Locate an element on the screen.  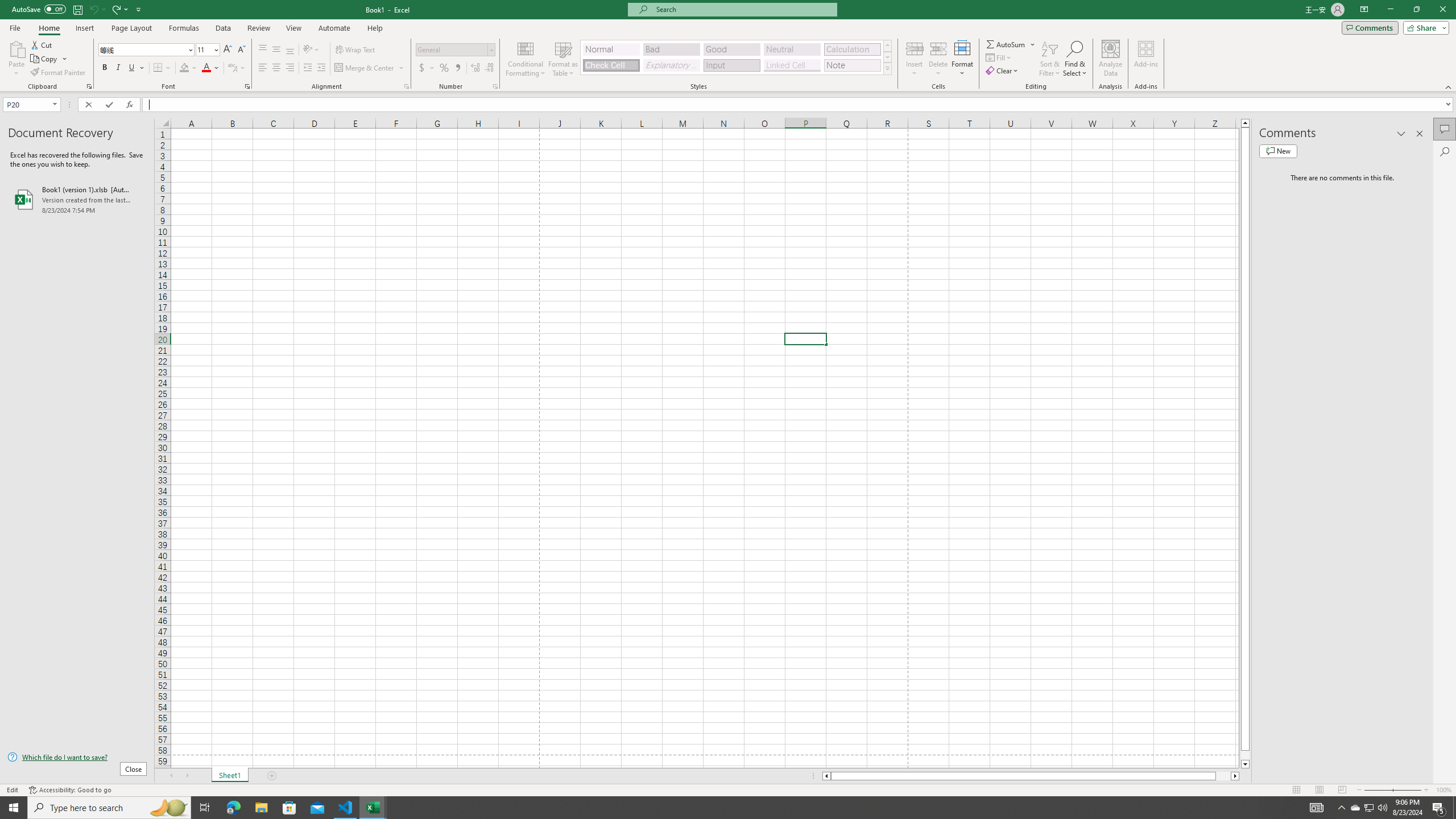
'Format Cell Alignment' is located at coordinates (406, 85).